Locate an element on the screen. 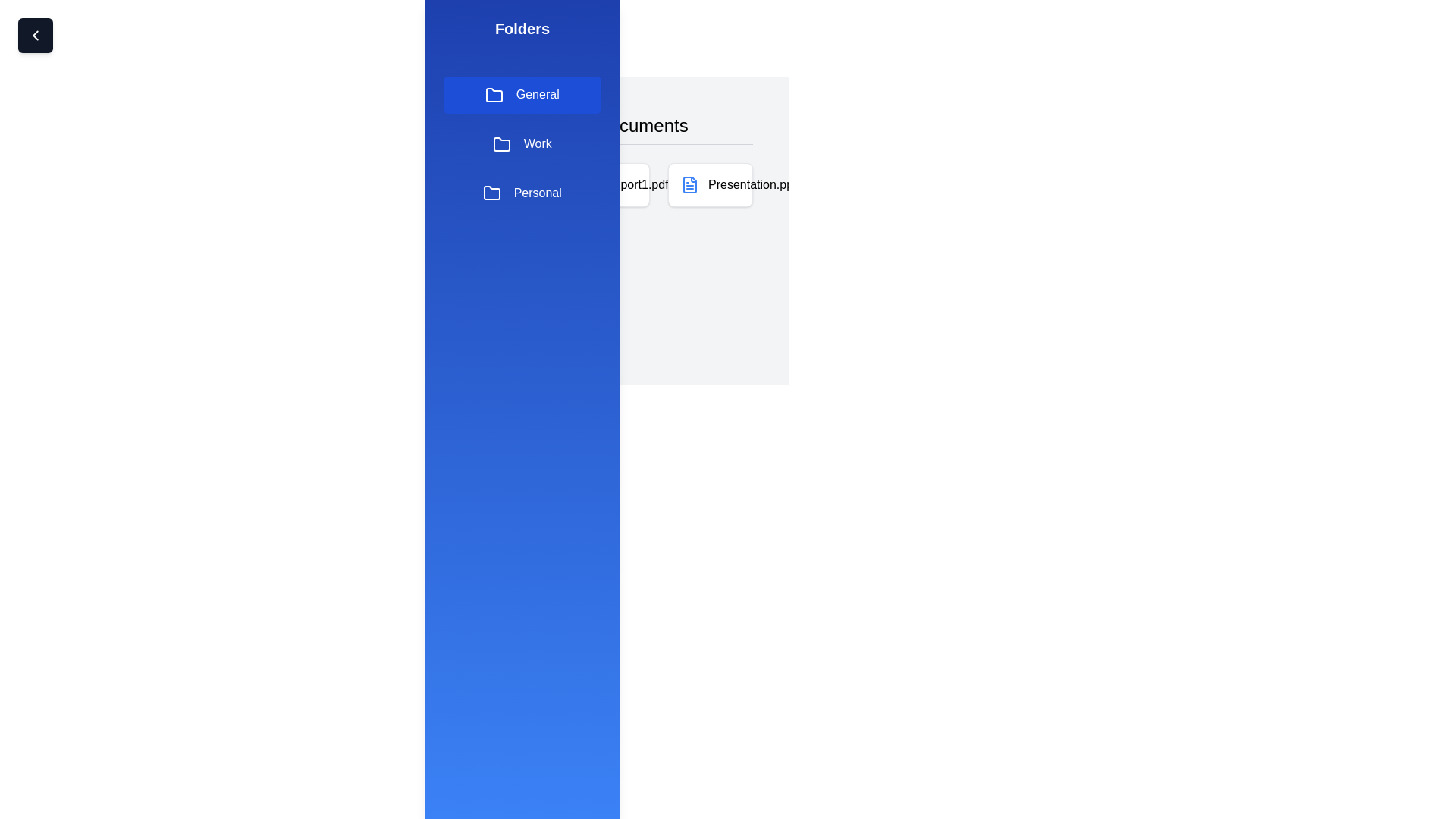  the File entry for 'Presentation.pptx' is located at coordinates (742, 184).